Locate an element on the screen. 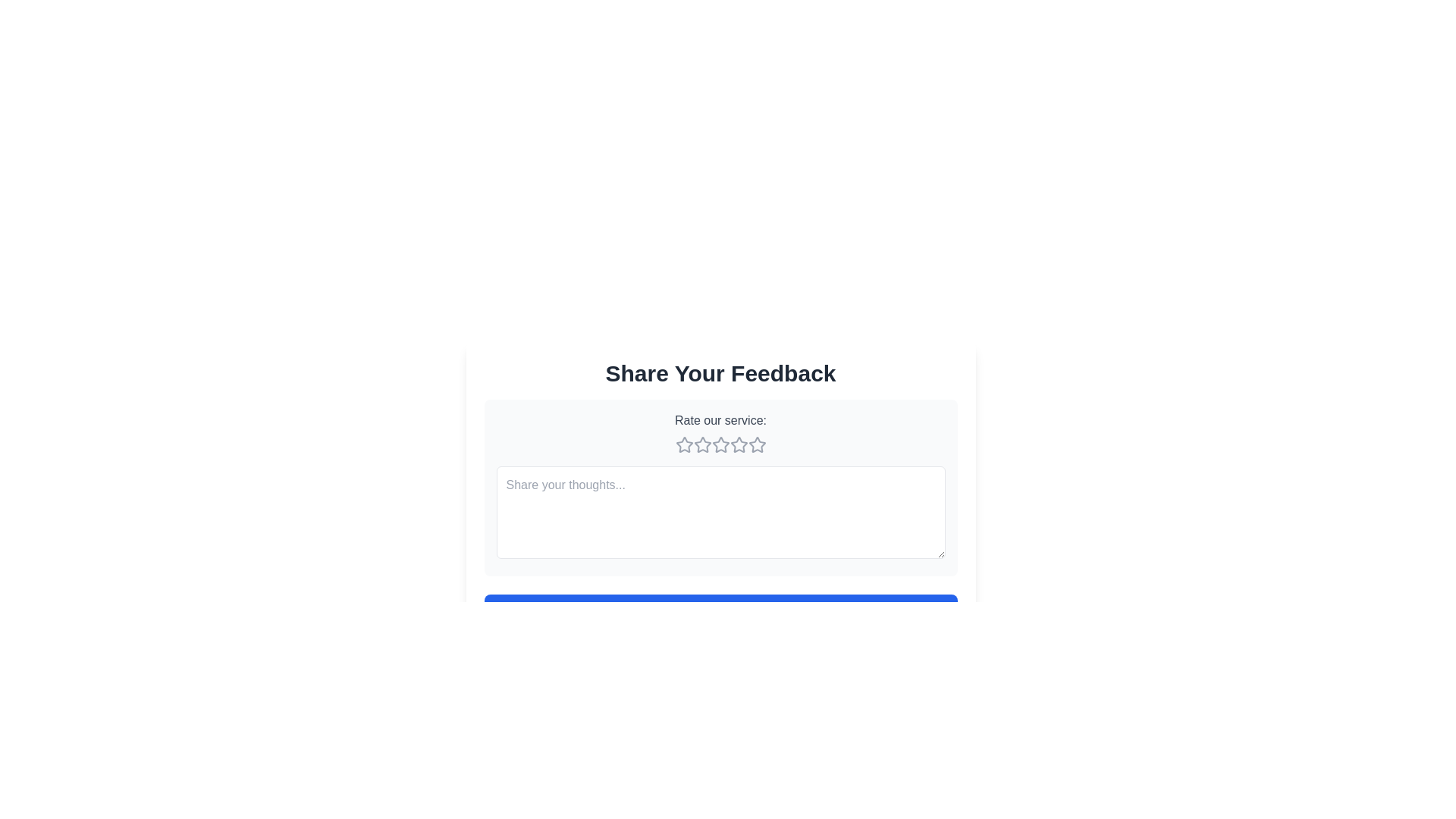  the first star-shaped rating icon with a gray outline is located at coordinates (683, 444).